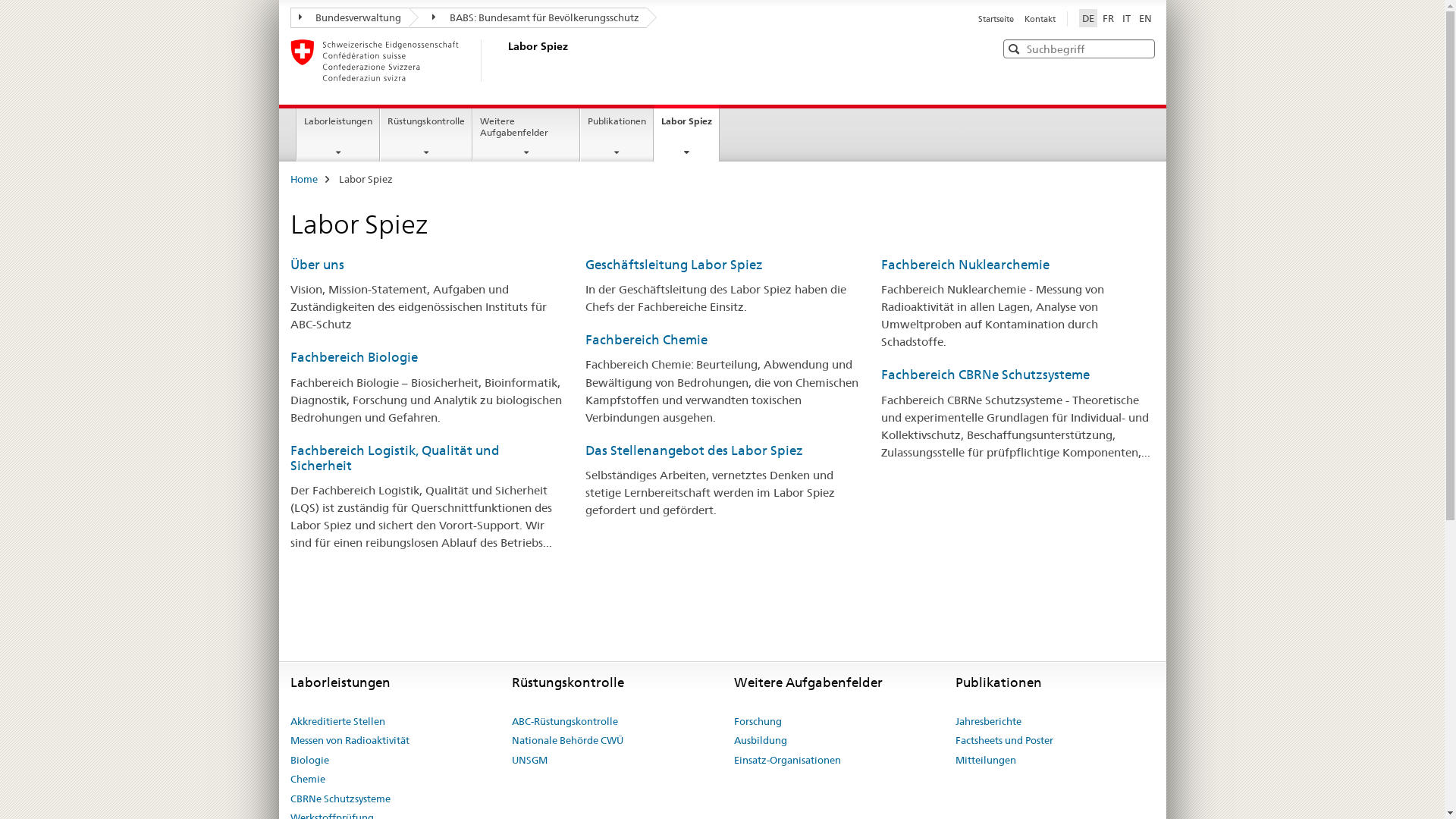 This screenshot has width=1456, height=819. I want to click on 'Bundesverwaltung', so click(290, 17).